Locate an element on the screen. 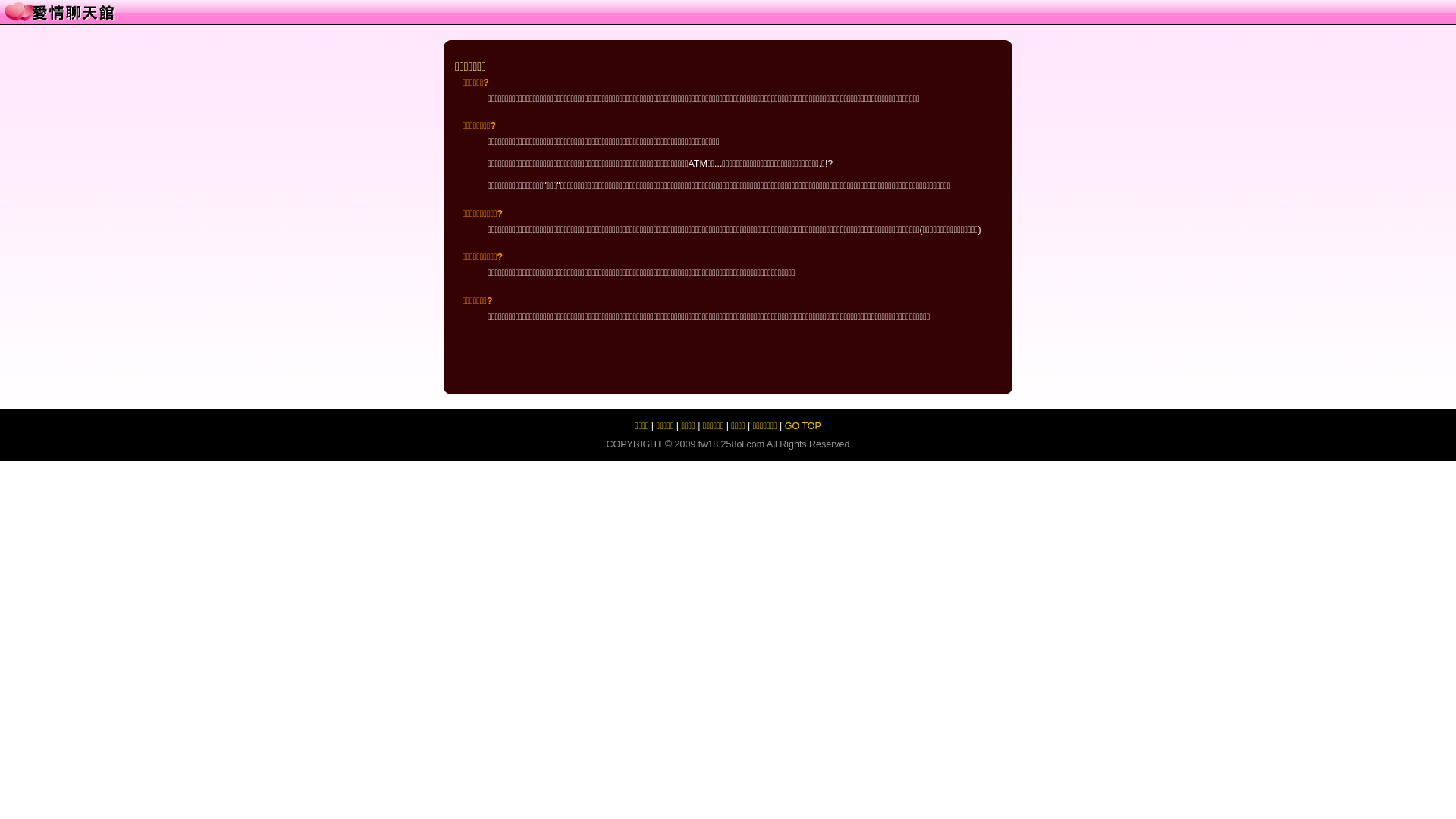 This screenshot has width=1456, height=819. 'GO TOP' is located at coordinates (802, 426).